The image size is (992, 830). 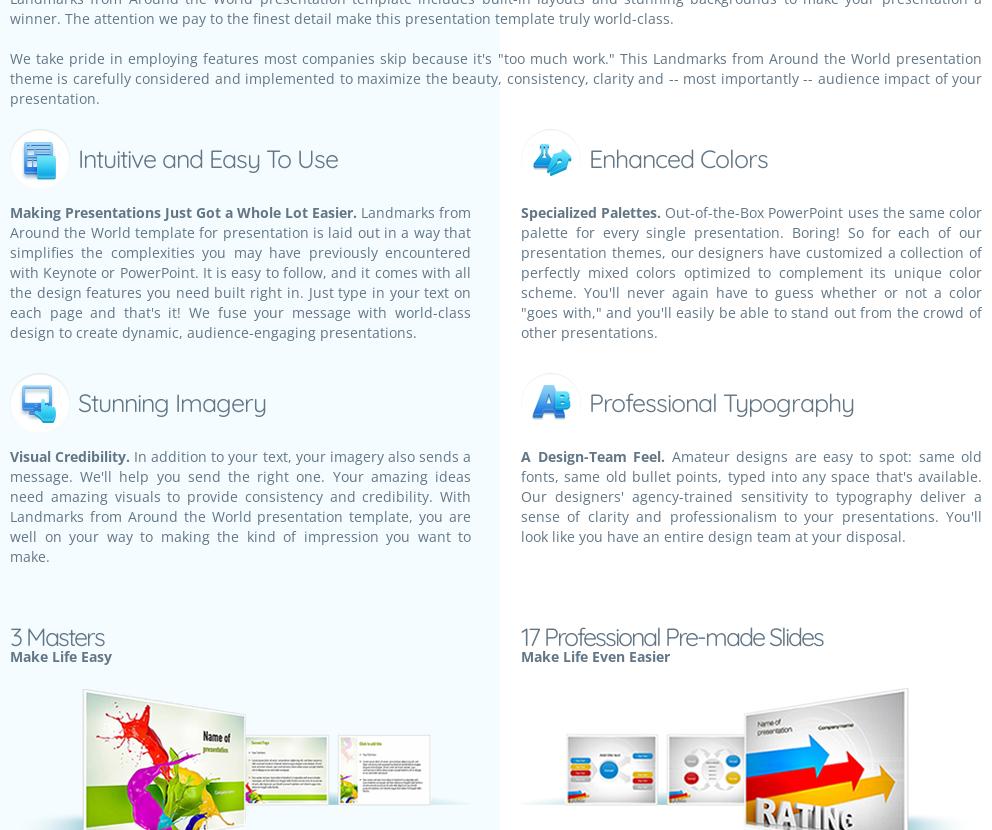 What do you see at coordinates (496, 77) in the screenshot?
I see `'We take pride in employing features most companies skip because it's "too much work." This Landmarks from Around the World presentation theme is carefully considered and implemented to maximize the beauty, consistency, clarity and -- most importantly -- audience impact of your presentation.'` at bounding box center [496, 77].